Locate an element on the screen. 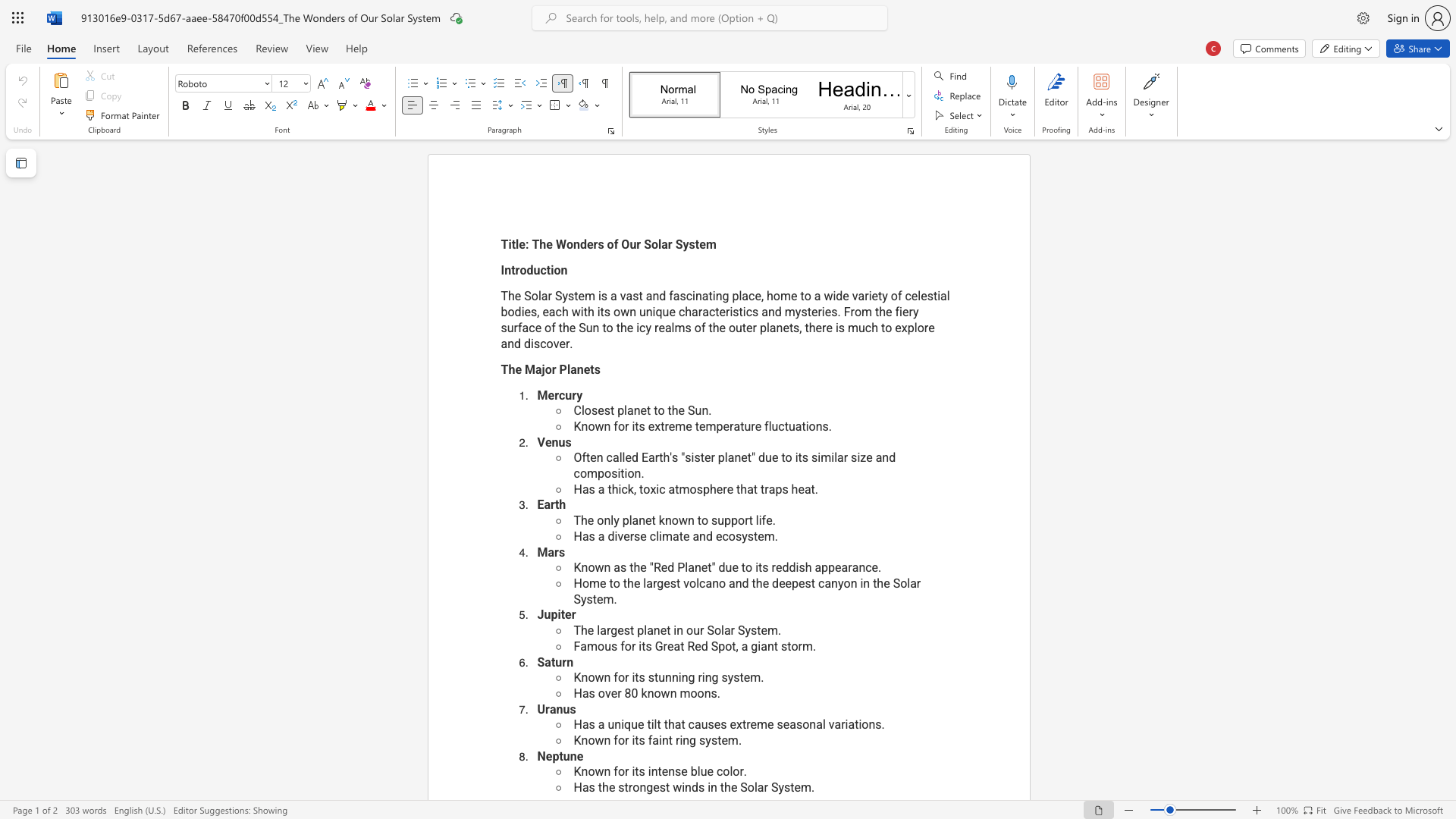  the 2th character "t" in the text is located at coordinates (648, 410).